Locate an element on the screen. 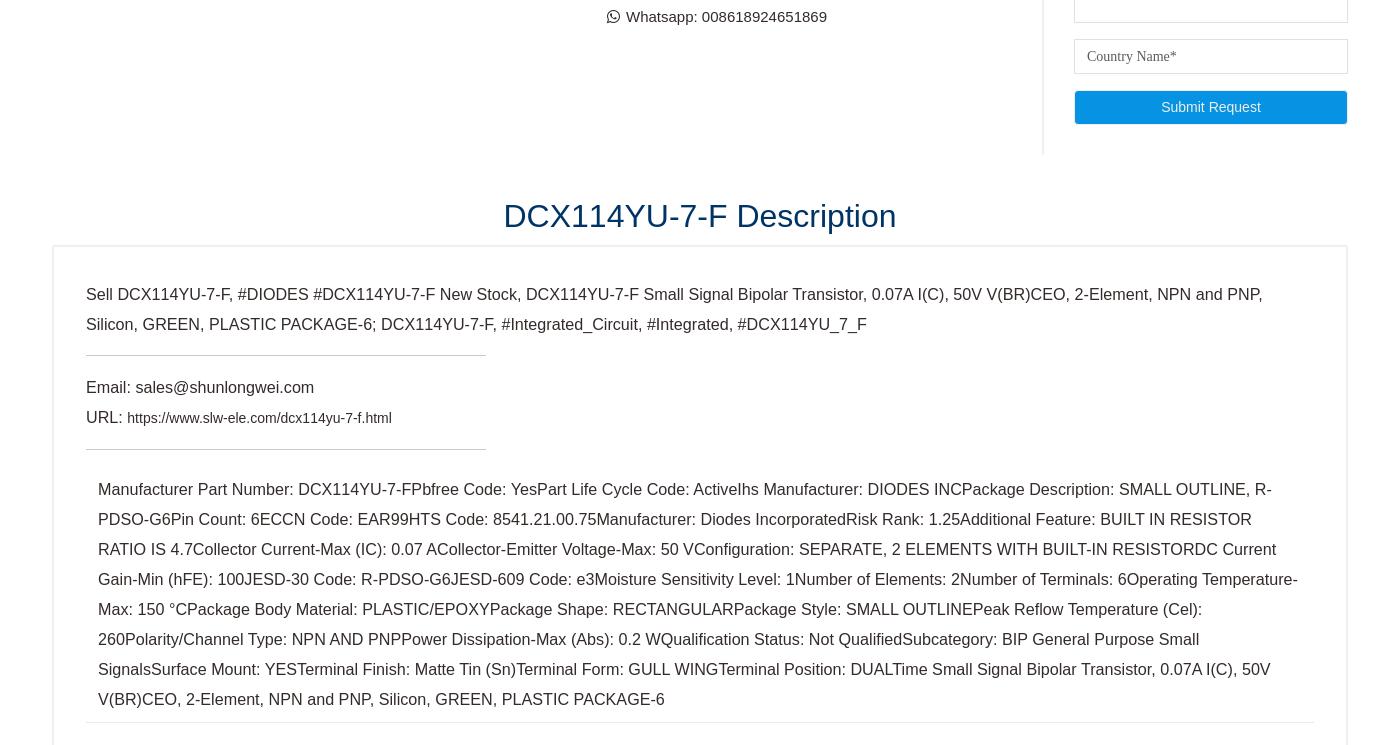 Image resolution: width=1400 pixels, height=745 pixels. 'IGBT Modules' is located at coordinates (759, 76).